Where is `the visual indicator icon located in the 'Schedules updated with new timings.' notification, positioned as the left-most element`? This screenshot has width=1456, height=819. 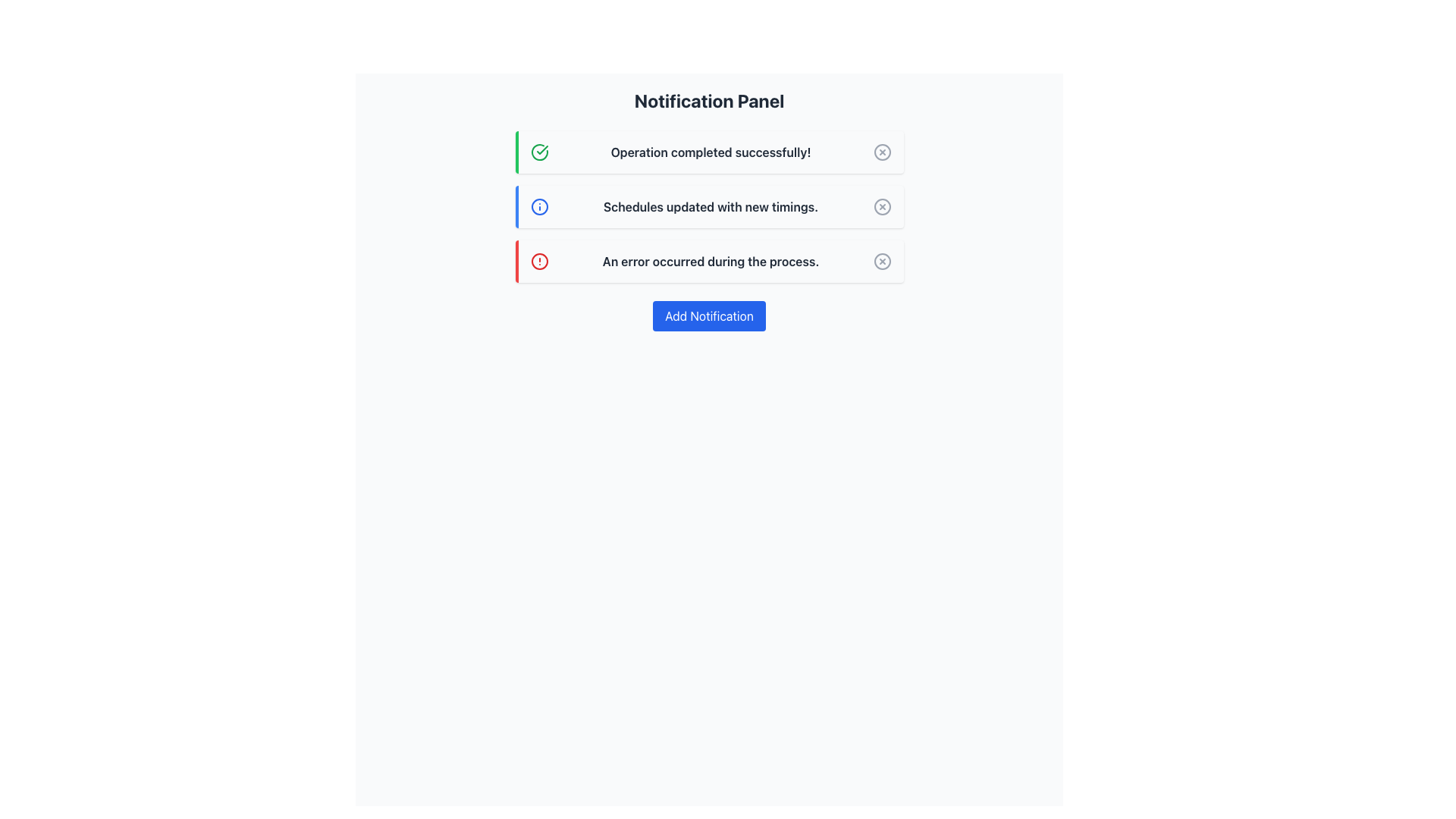 the visual indicator icon located in the 'Schedules updated with new timings.' notification, positioned as the left-most element is located at coordinates (539, 207).